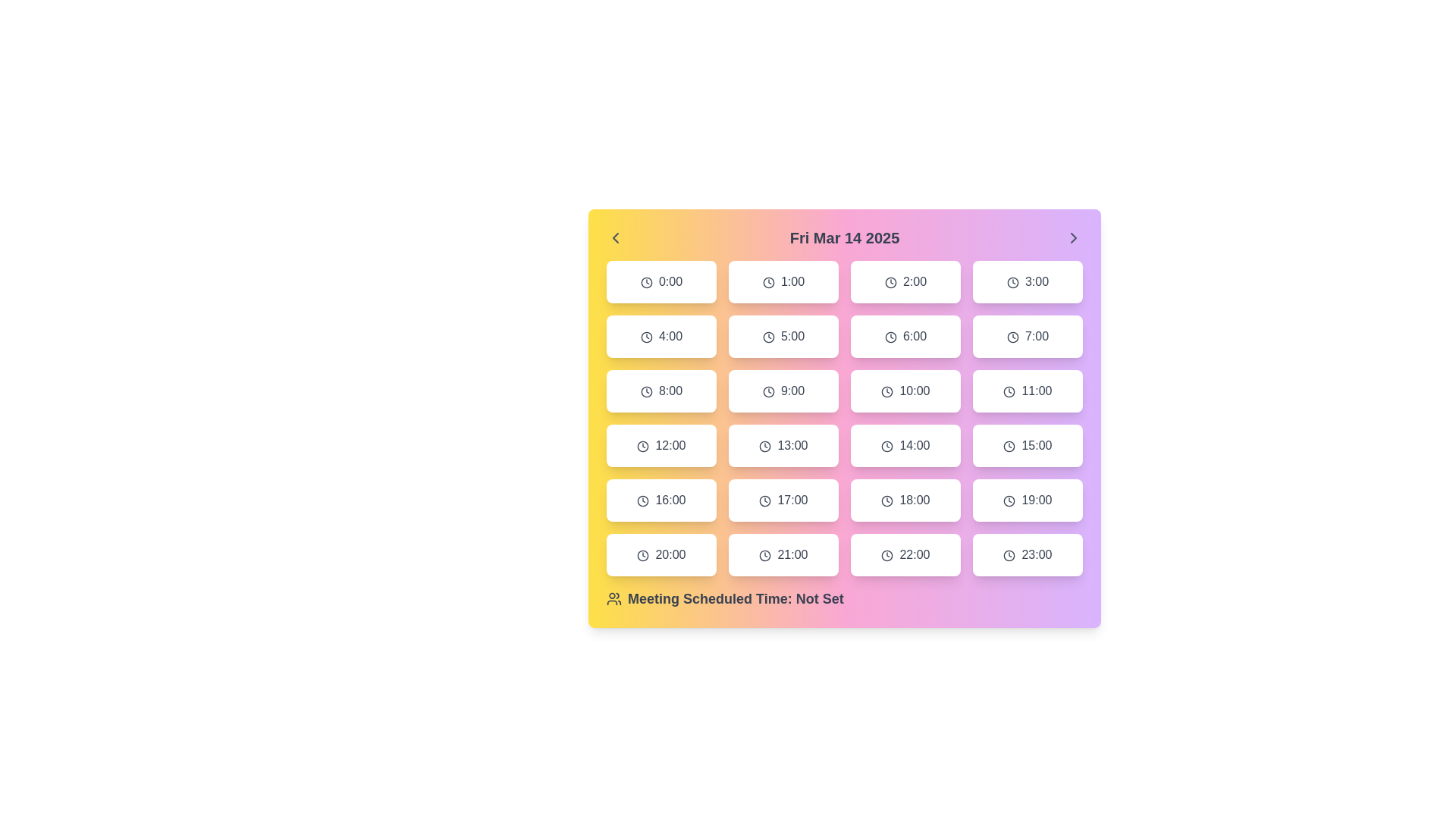  Describe the element at coordinates (661, 555) in the screenshot. I see `the button that allows users to schedule or select the time '20:00' located in the sixth row and first column of a grid containing 24 similar time selection buttons` at that location.